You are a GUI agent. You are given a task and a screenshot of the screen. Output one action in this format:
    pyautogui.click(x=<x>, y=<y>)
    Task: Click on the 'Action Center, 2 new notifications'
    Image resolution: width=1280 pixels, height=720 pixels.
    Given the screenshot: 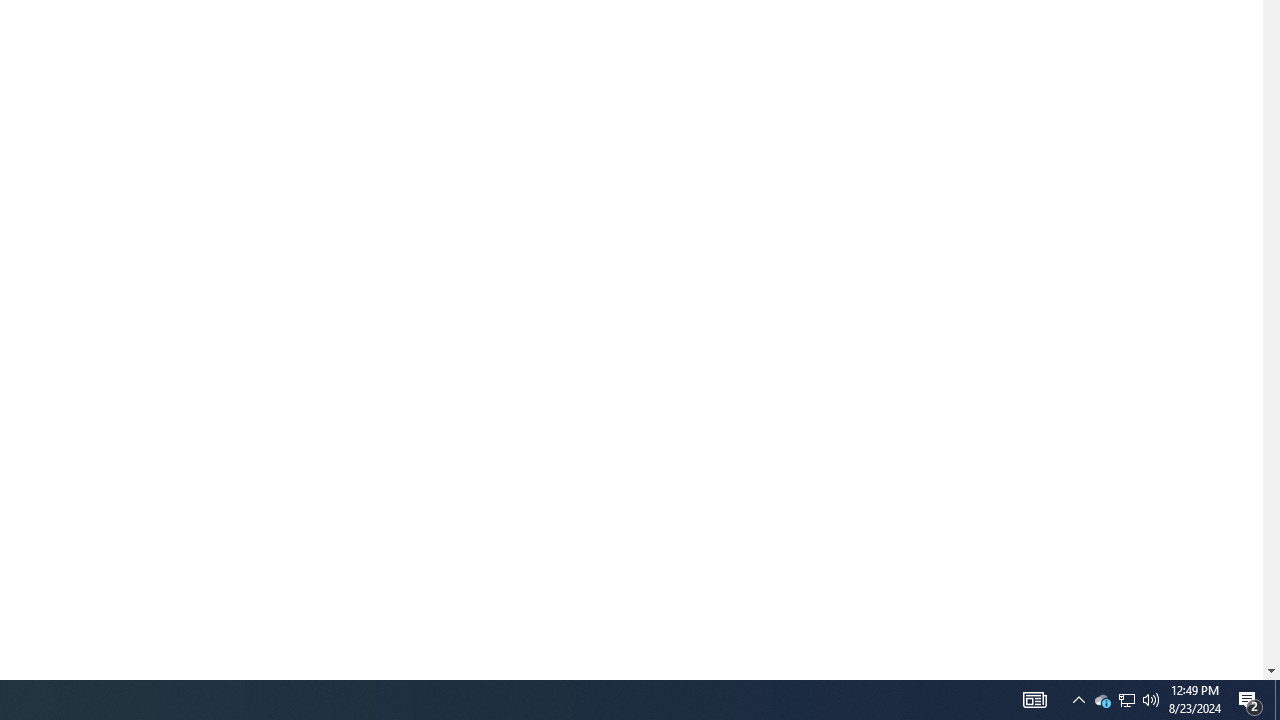 What is the action you would take?
    pyautogui.click(x=1250, y=698)
    